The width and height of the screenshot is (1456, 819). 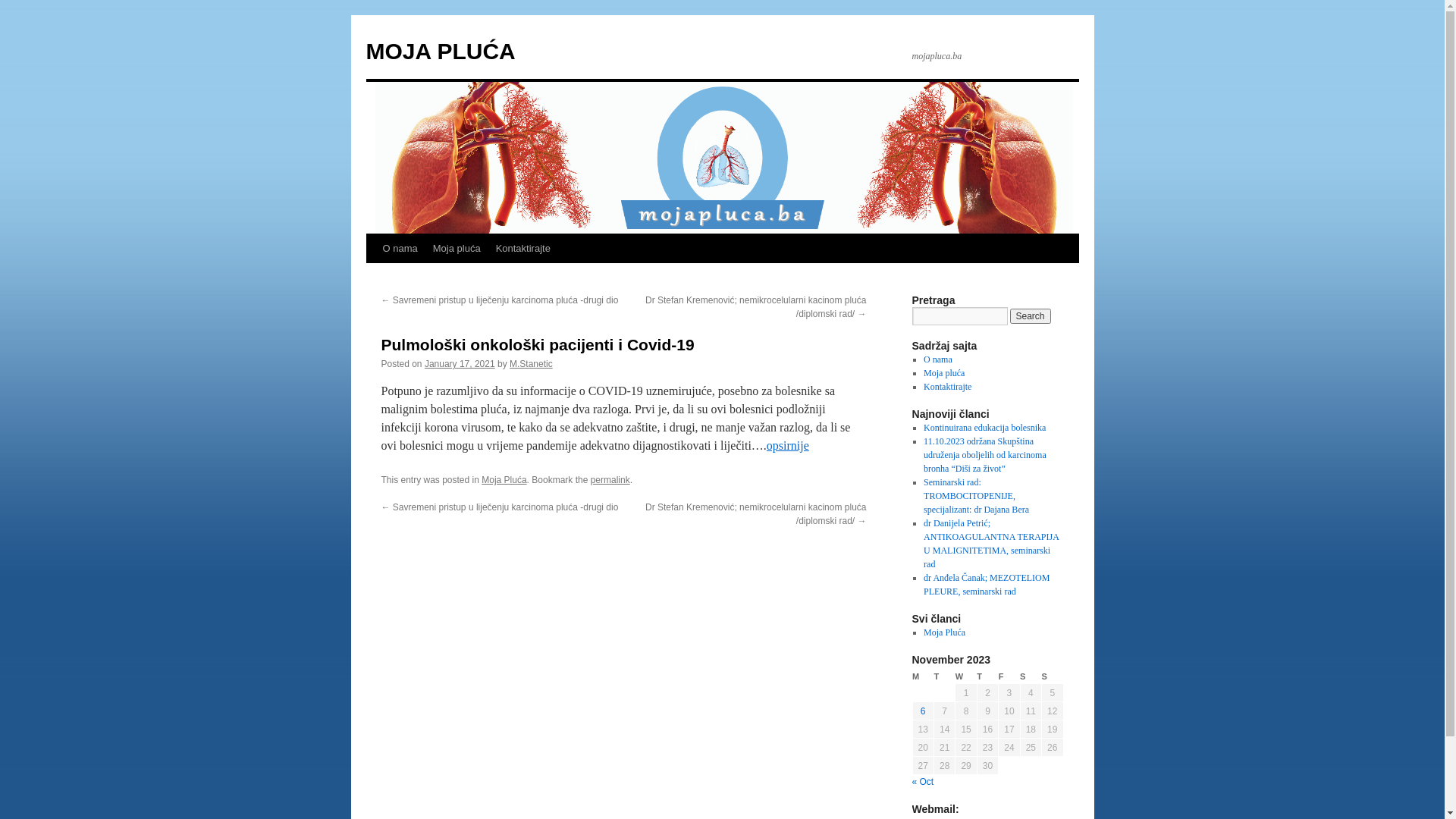 I want to click on 'O nama', so click(x=400, y=247).